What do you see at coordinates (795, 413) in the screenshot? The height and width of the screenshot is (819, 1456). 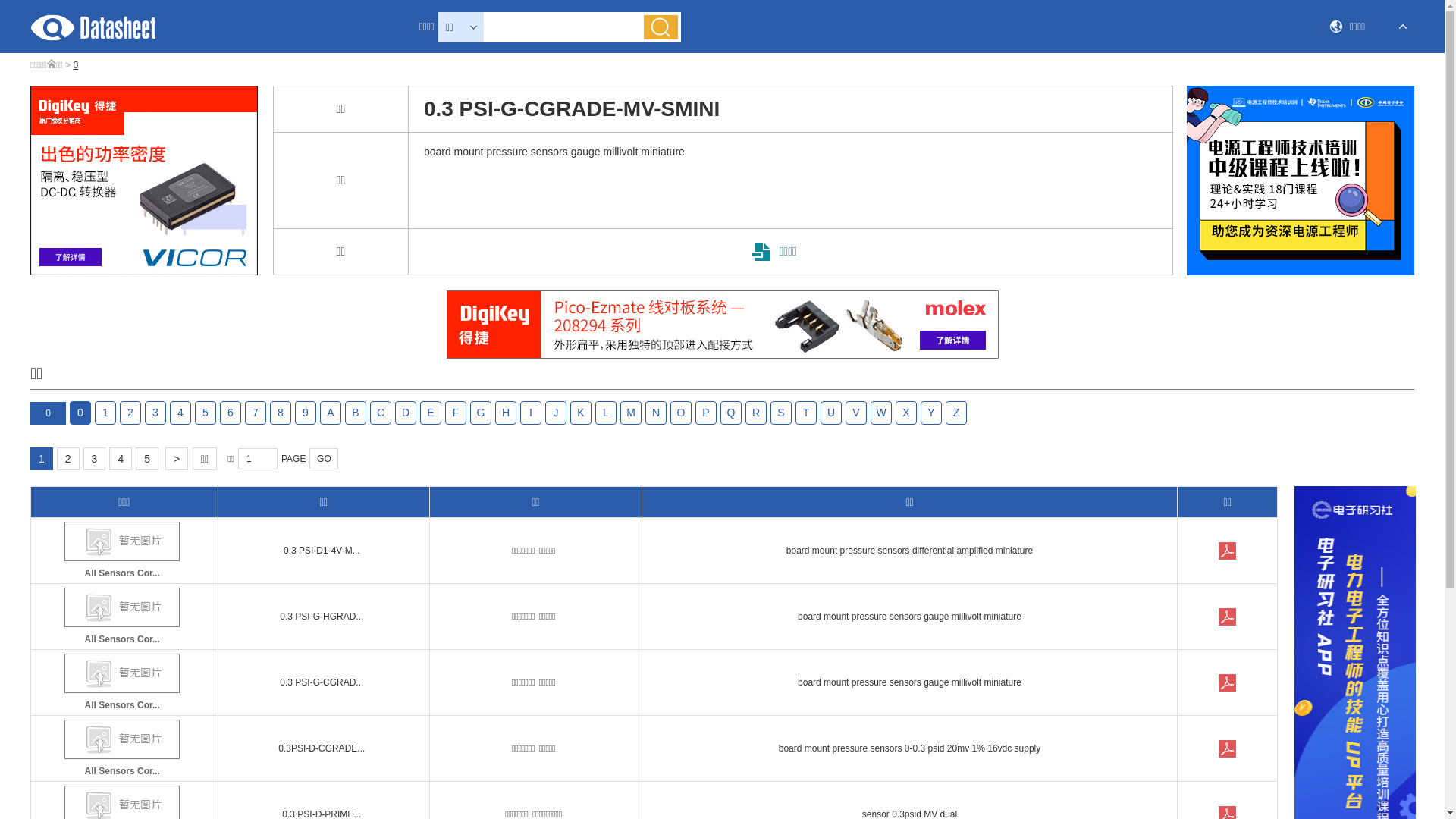 I see `'T'` at bounding box center [795, 413].